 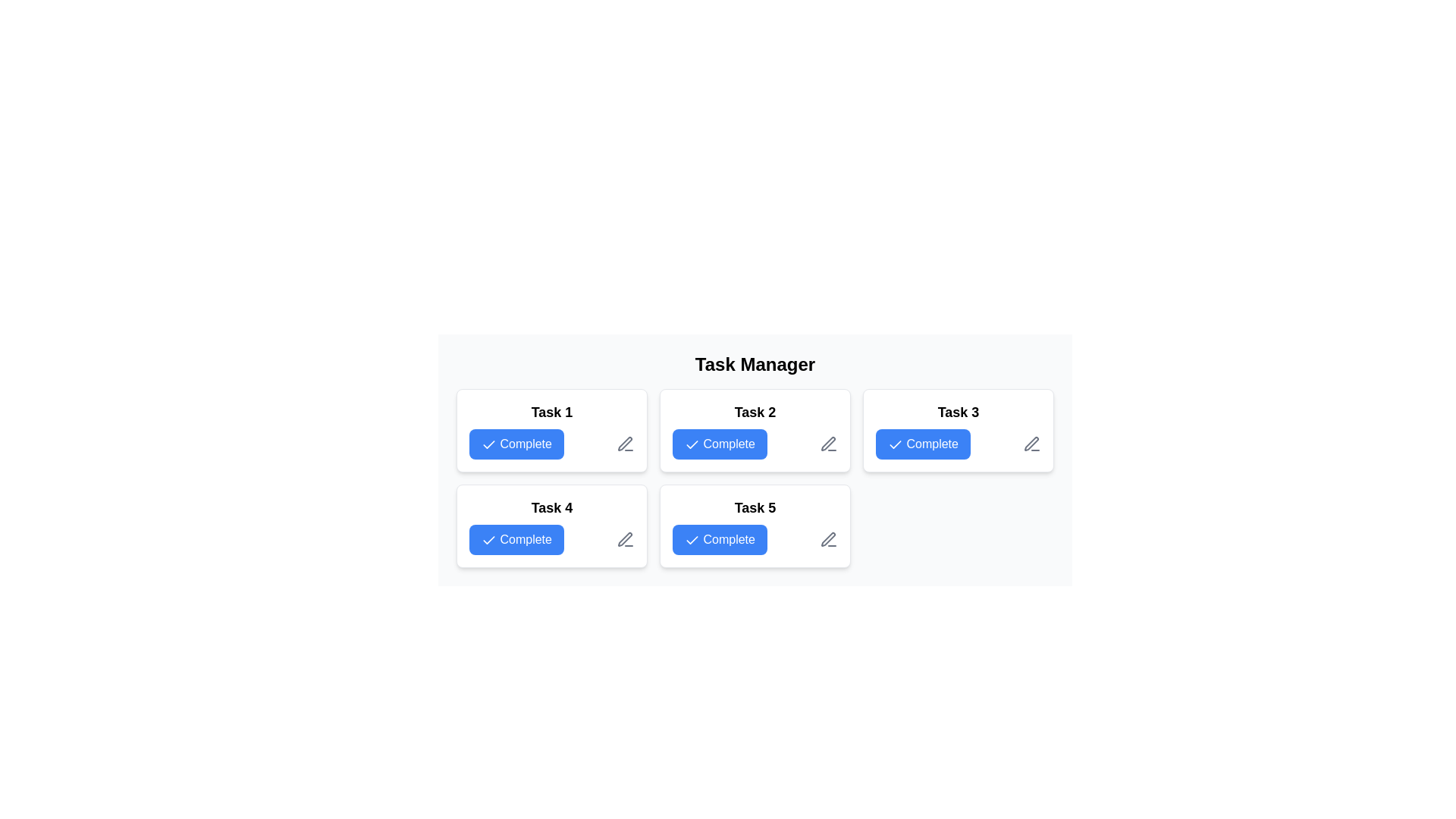 What do you see at coordinates (755, 365) in the screenshot?
I see `the Header text that serves as the title for the task management tool interface, located at the top of the layout and centered horizontally` at bounding box center [755, 365].